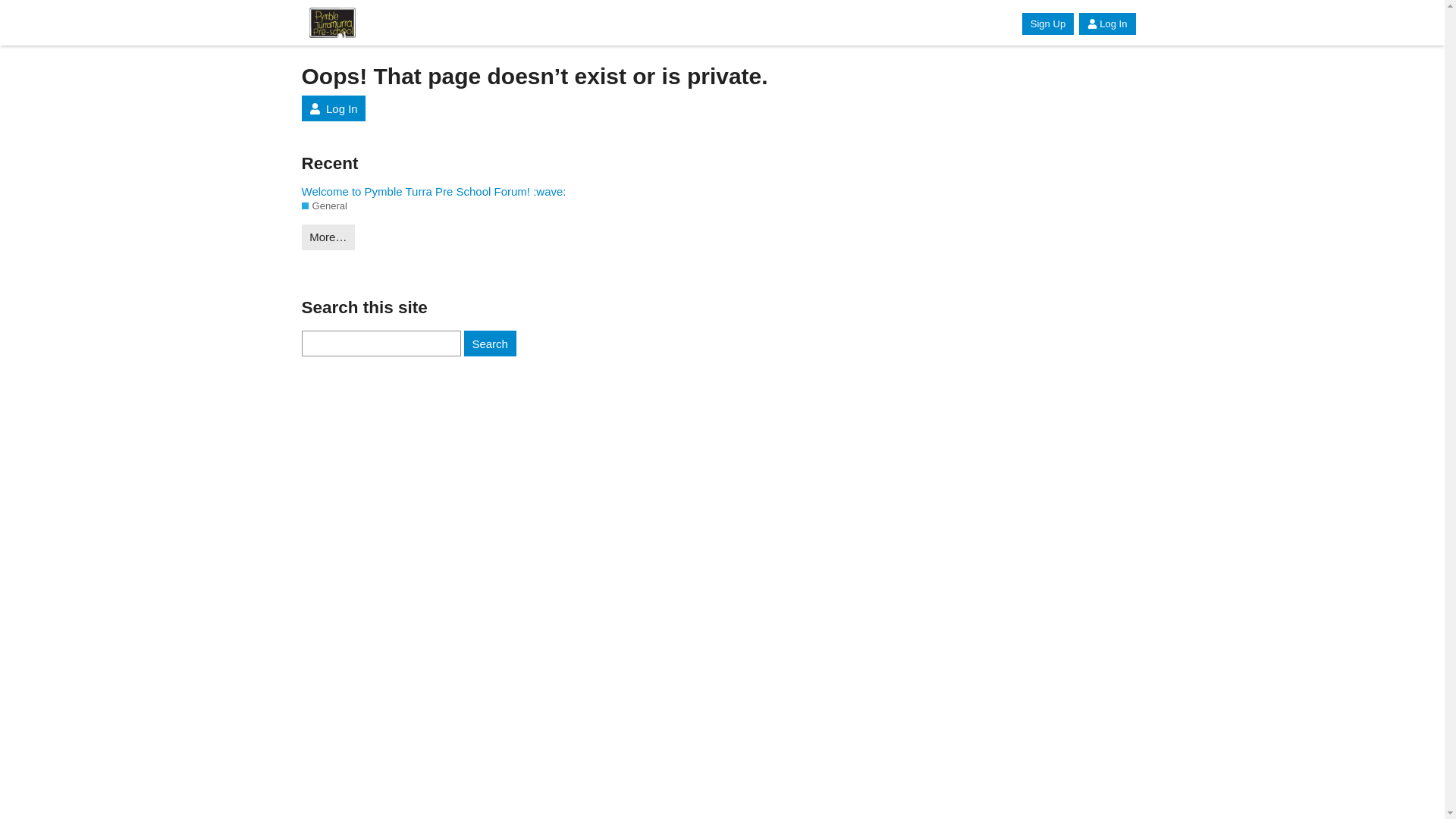 Image resolution: width=1456 pixels, height=819 pixels. What do you see at coordinates (323, 206) in the screenshot?
I see `'General'` at bounding box center [323, 206].